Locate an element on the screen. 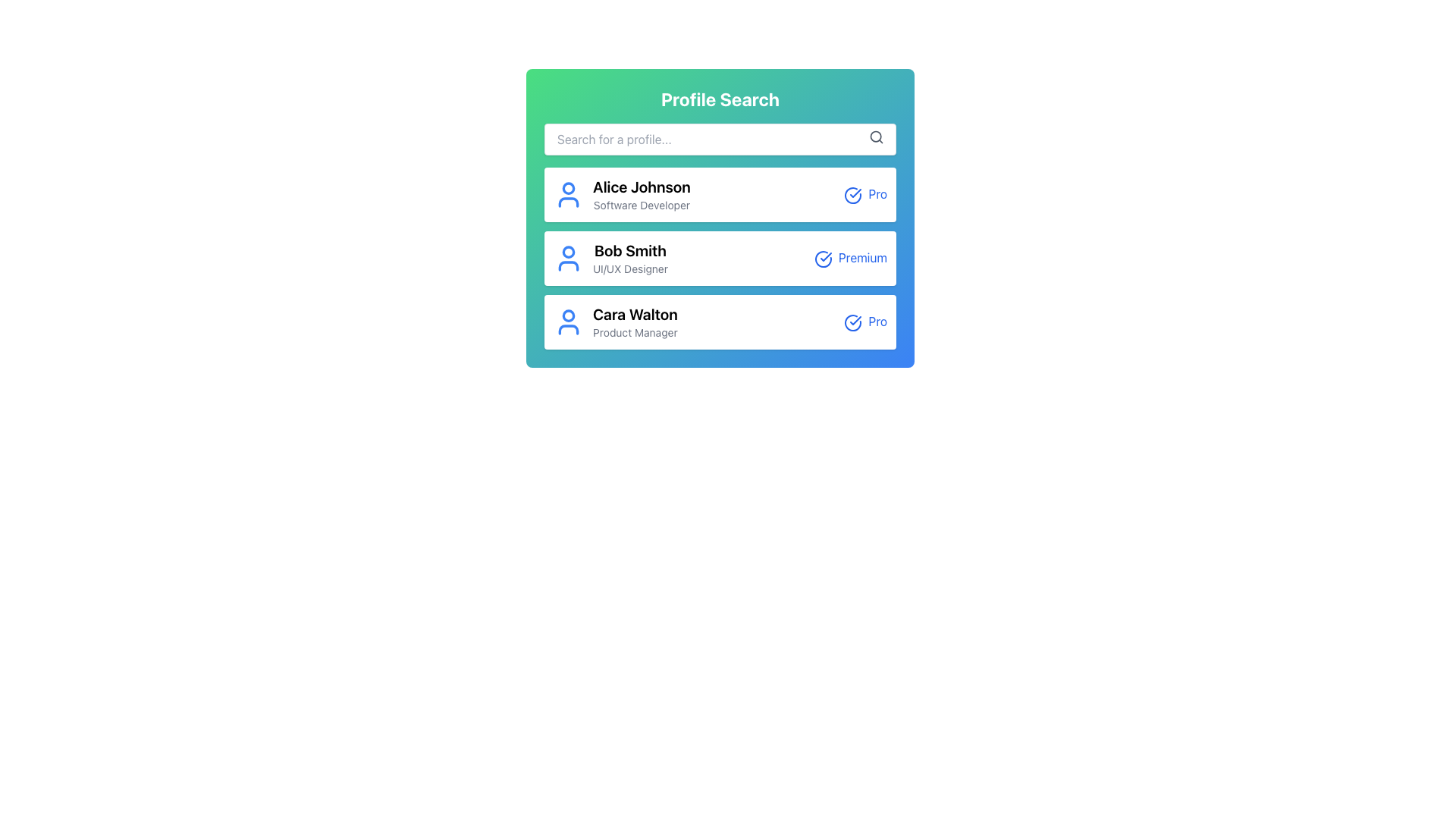 The image size is (1456, 819). the SVG Circle representing the user's profile icon located in the top-left corner of the third 'Profile Card' under the 'Profile Search' header is located at coordinates (567, 315).